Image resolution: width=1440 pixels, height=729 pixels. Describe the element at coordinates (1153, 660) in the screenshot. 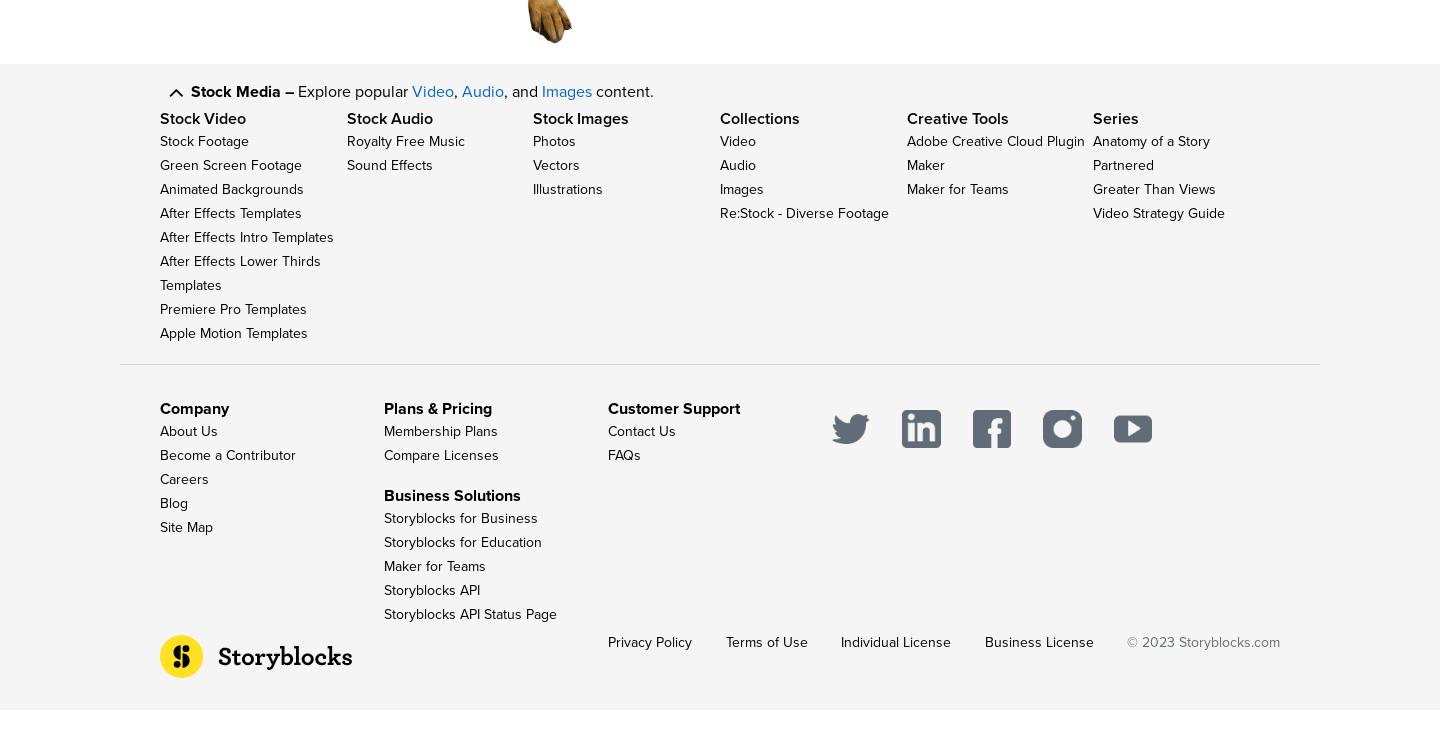

I see `'© 2023'` at that location.